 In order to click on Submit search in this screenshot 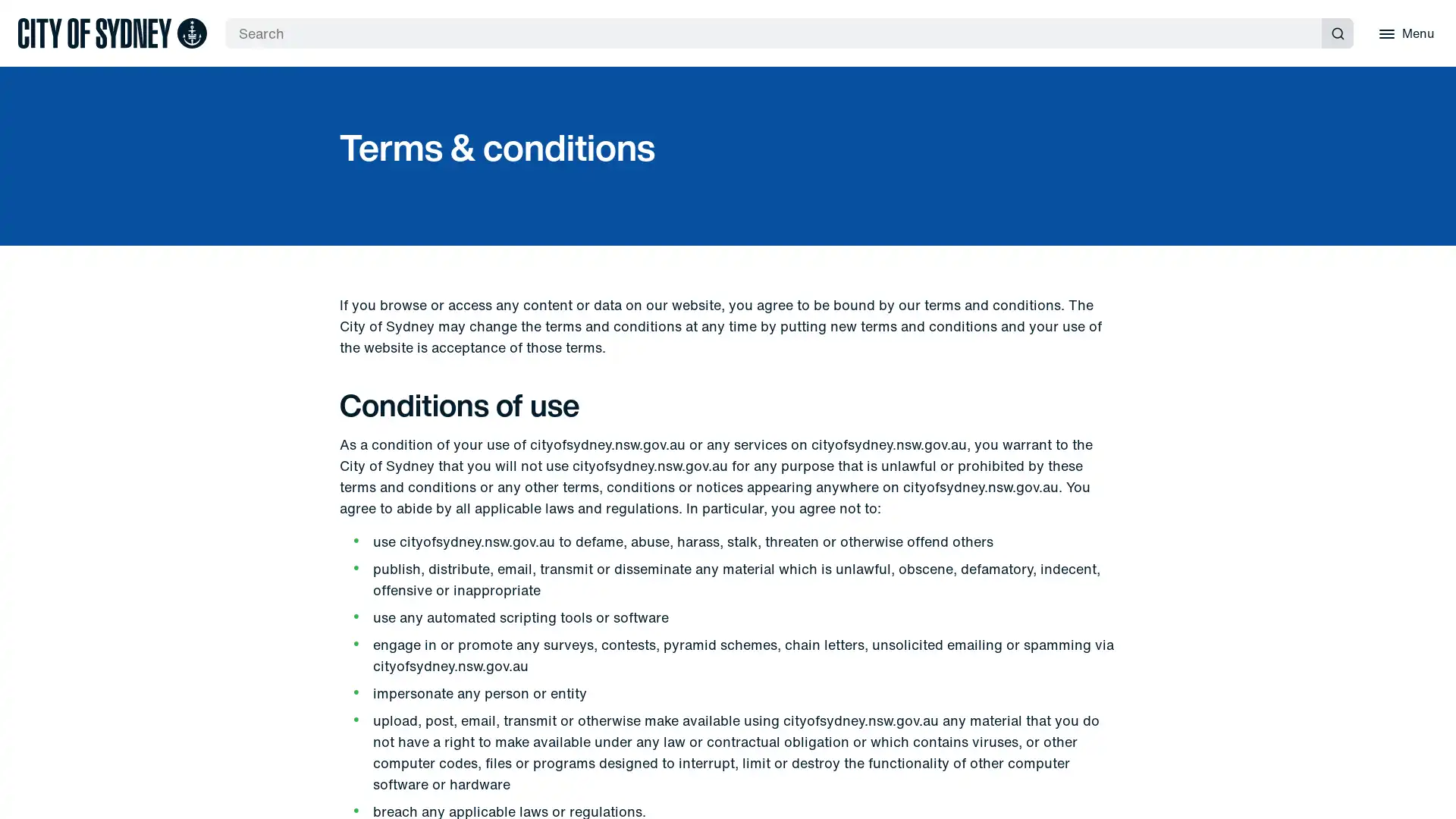, I will do `click(1337, 33)`.